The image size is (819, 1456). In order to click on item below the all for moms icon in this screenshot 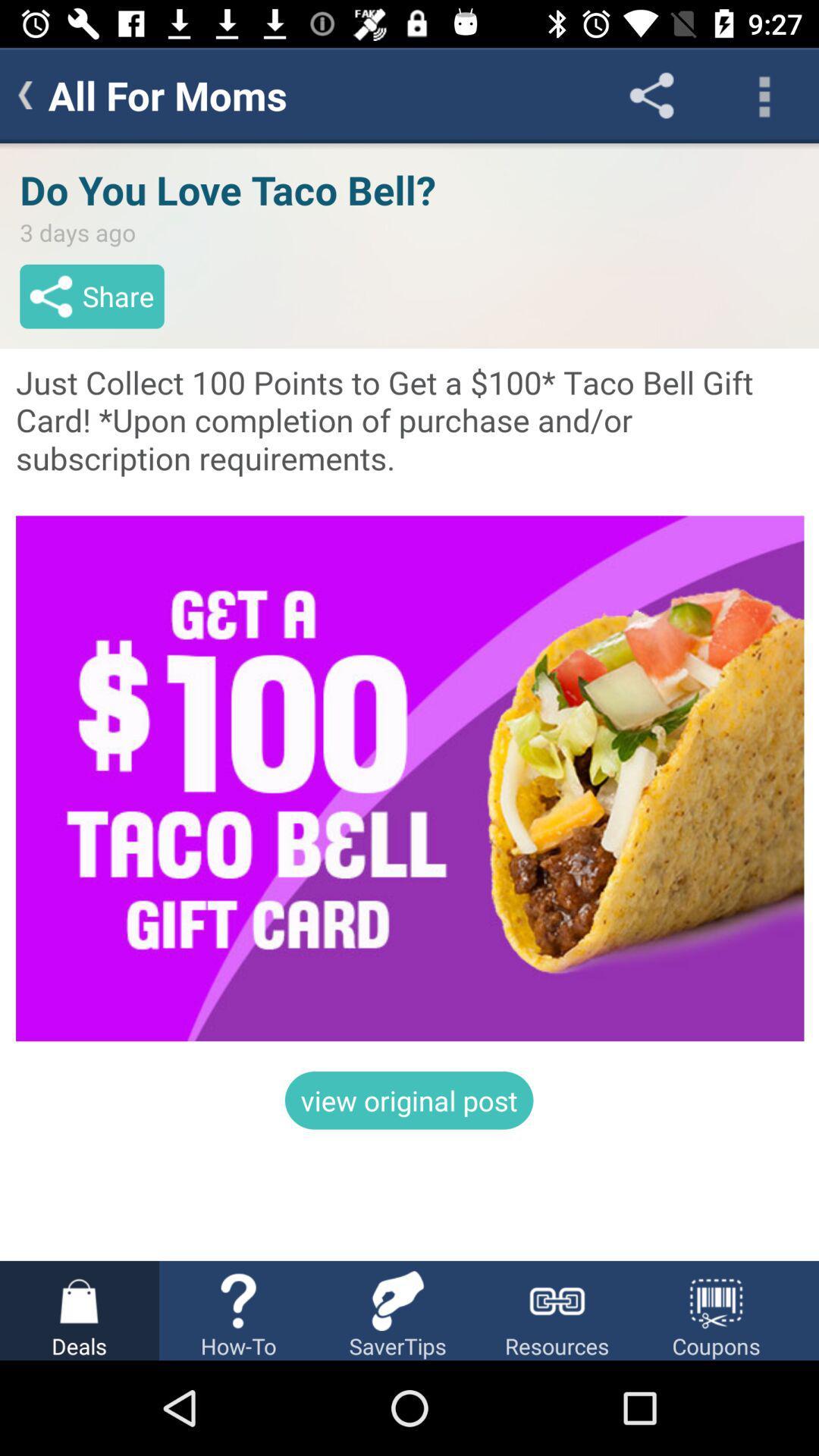, I will do `click(409, 701)`.